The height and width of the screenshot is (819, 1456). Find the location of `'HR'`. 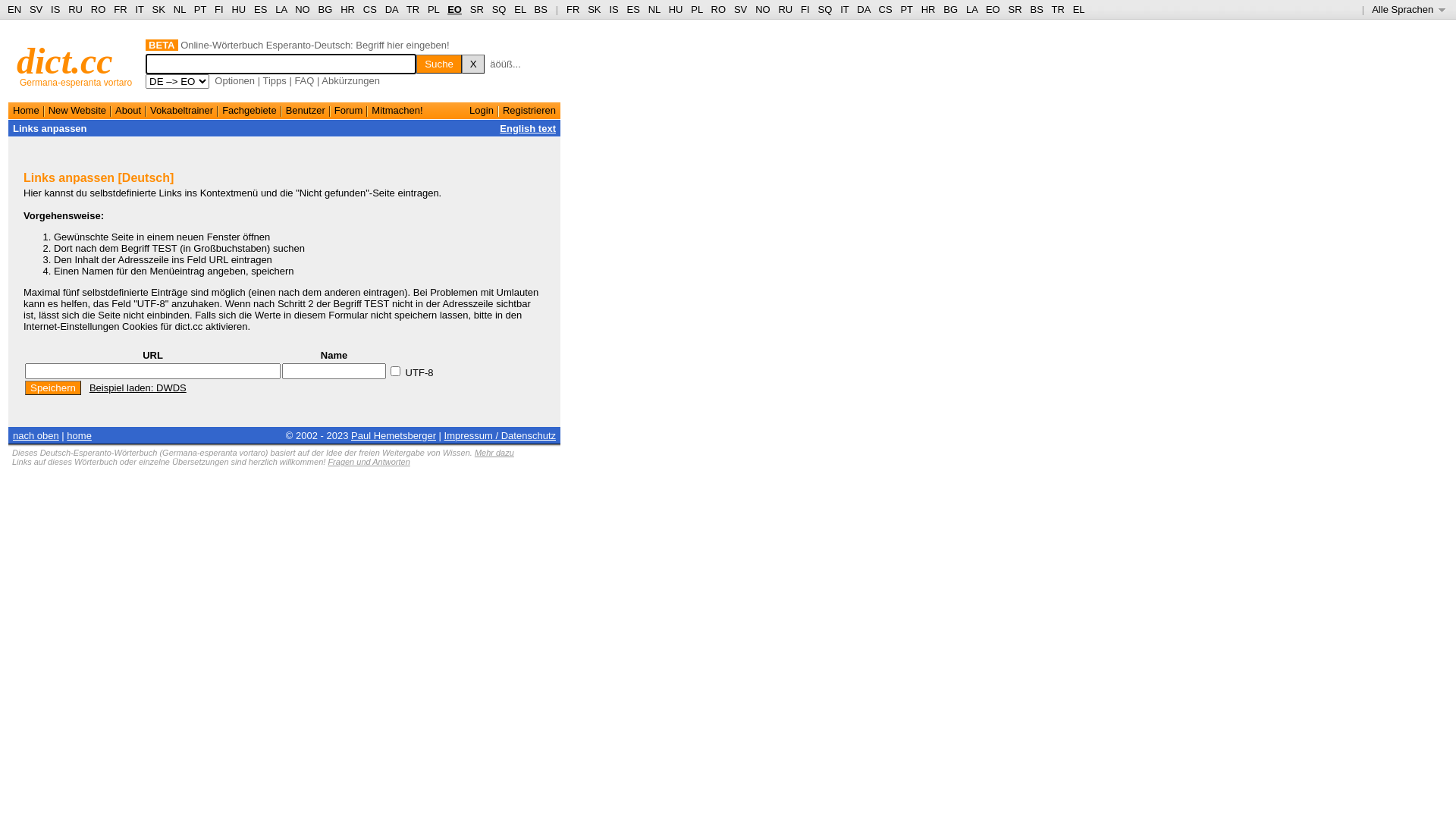

'HR' is located at coordinates (347, 9).